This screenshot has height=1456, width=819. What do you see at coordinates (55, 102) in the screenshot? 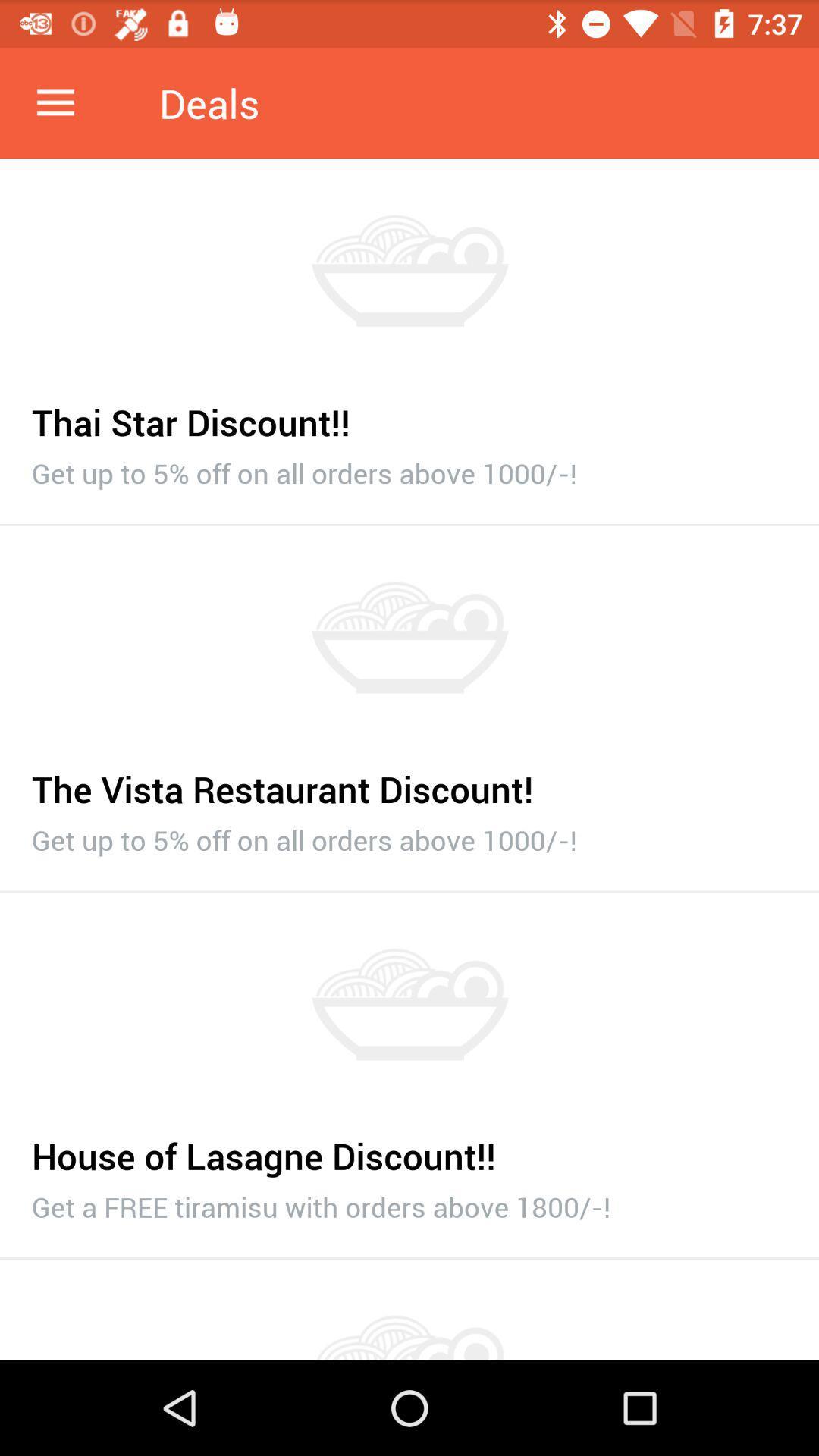
I see `the item to the left of deals item` at bounding box center [55, 102].